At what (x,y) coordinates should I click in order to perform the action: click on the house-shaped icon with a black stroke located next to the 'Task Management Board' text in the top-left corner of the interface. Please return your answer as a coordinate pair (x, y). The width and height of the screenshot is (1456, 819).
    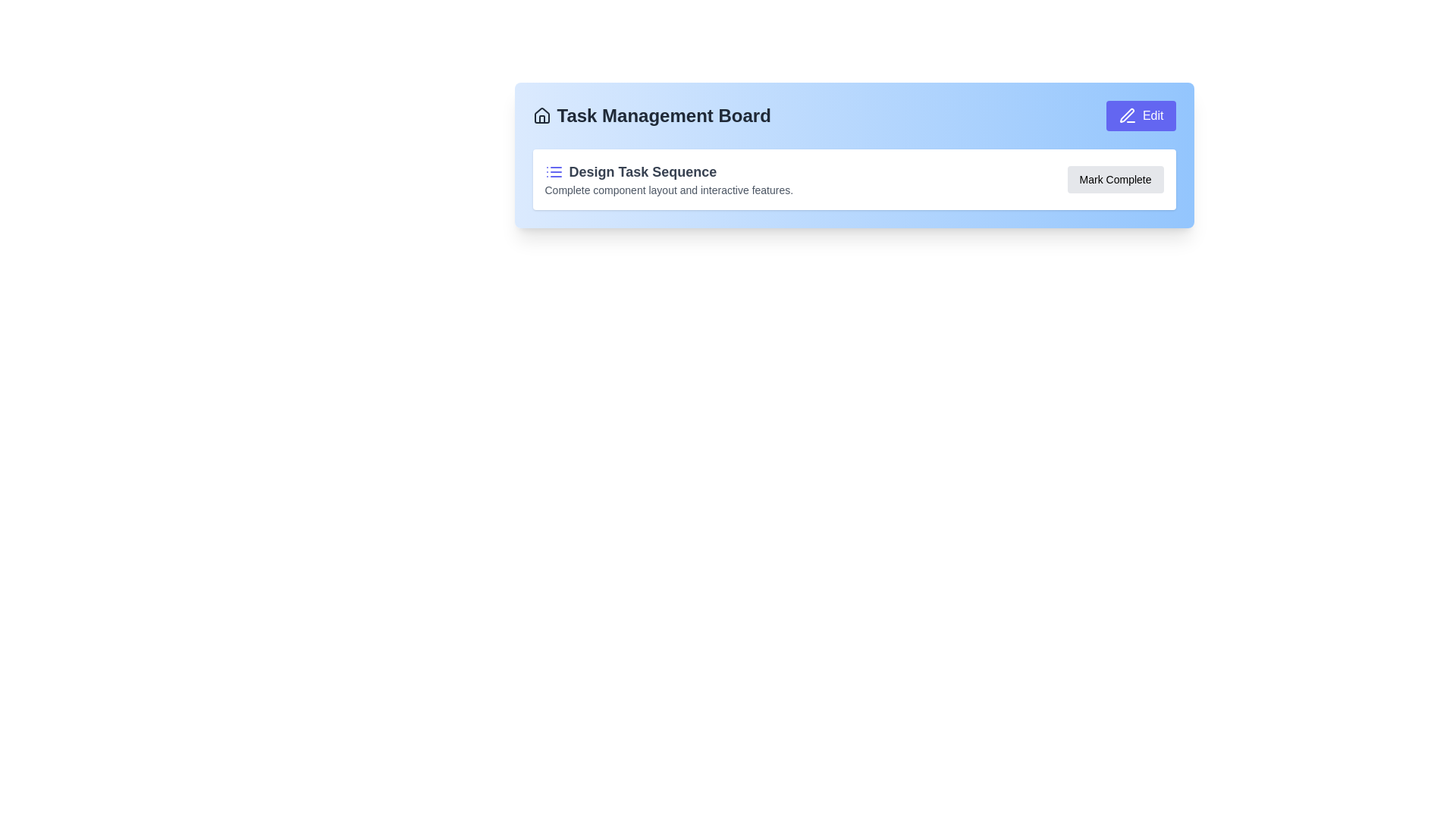
    Looking at the image, I should click on (541, 115).